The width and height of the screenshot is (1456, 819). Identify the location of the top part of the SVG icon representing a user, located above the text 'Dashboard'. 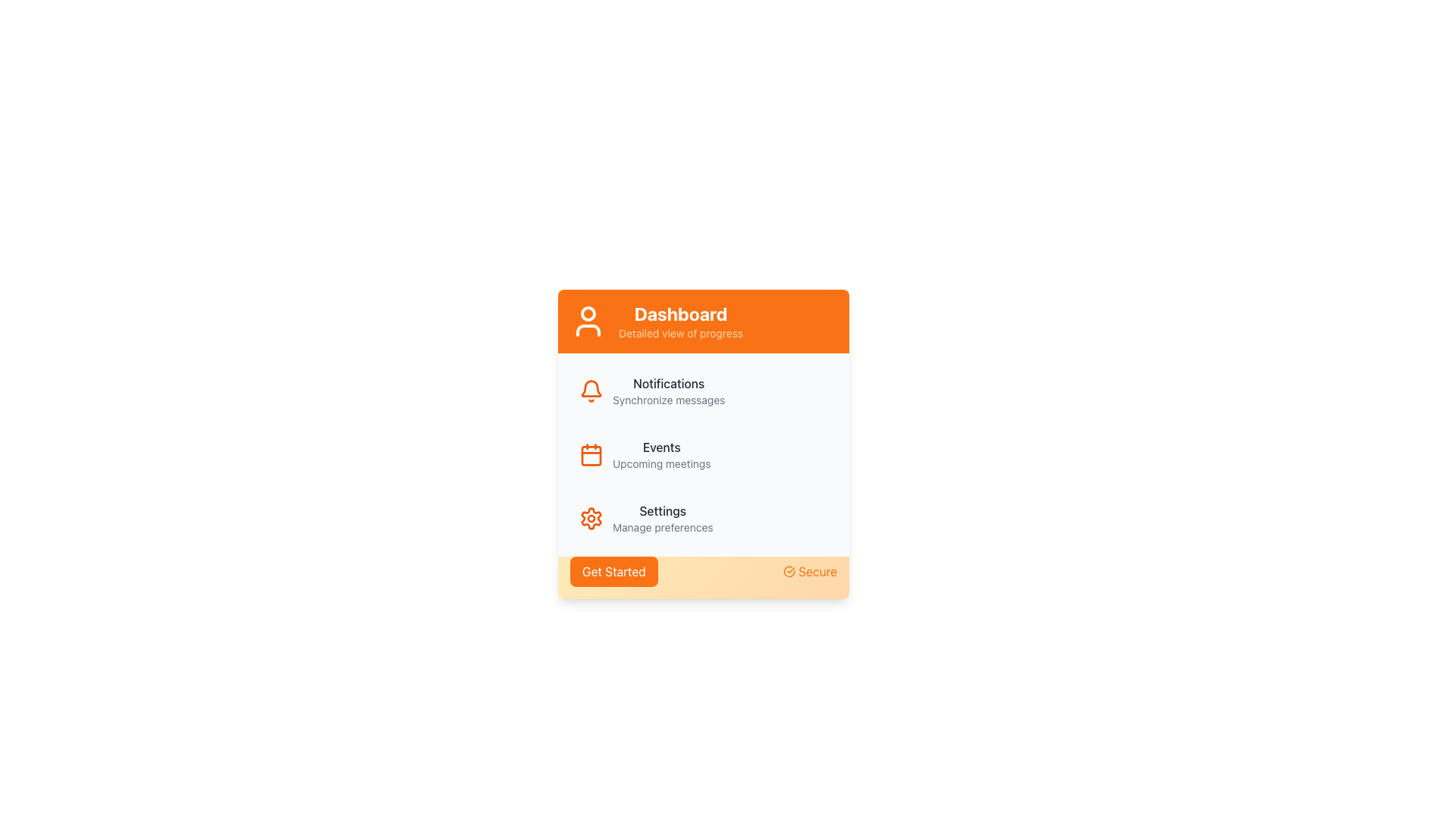
(588, 312).